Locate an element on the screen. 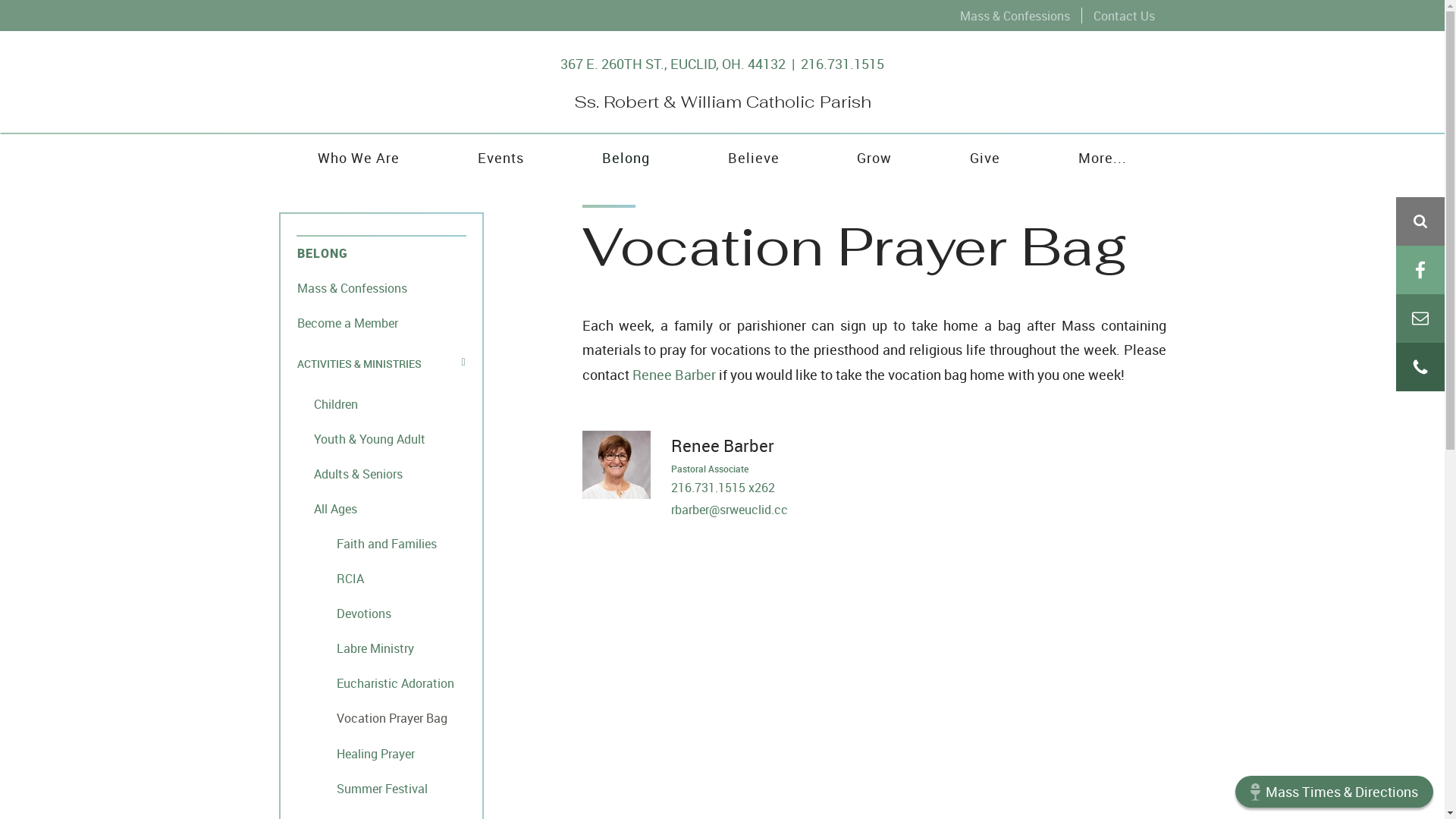  'More...' is located at coordinates (1103, 157).